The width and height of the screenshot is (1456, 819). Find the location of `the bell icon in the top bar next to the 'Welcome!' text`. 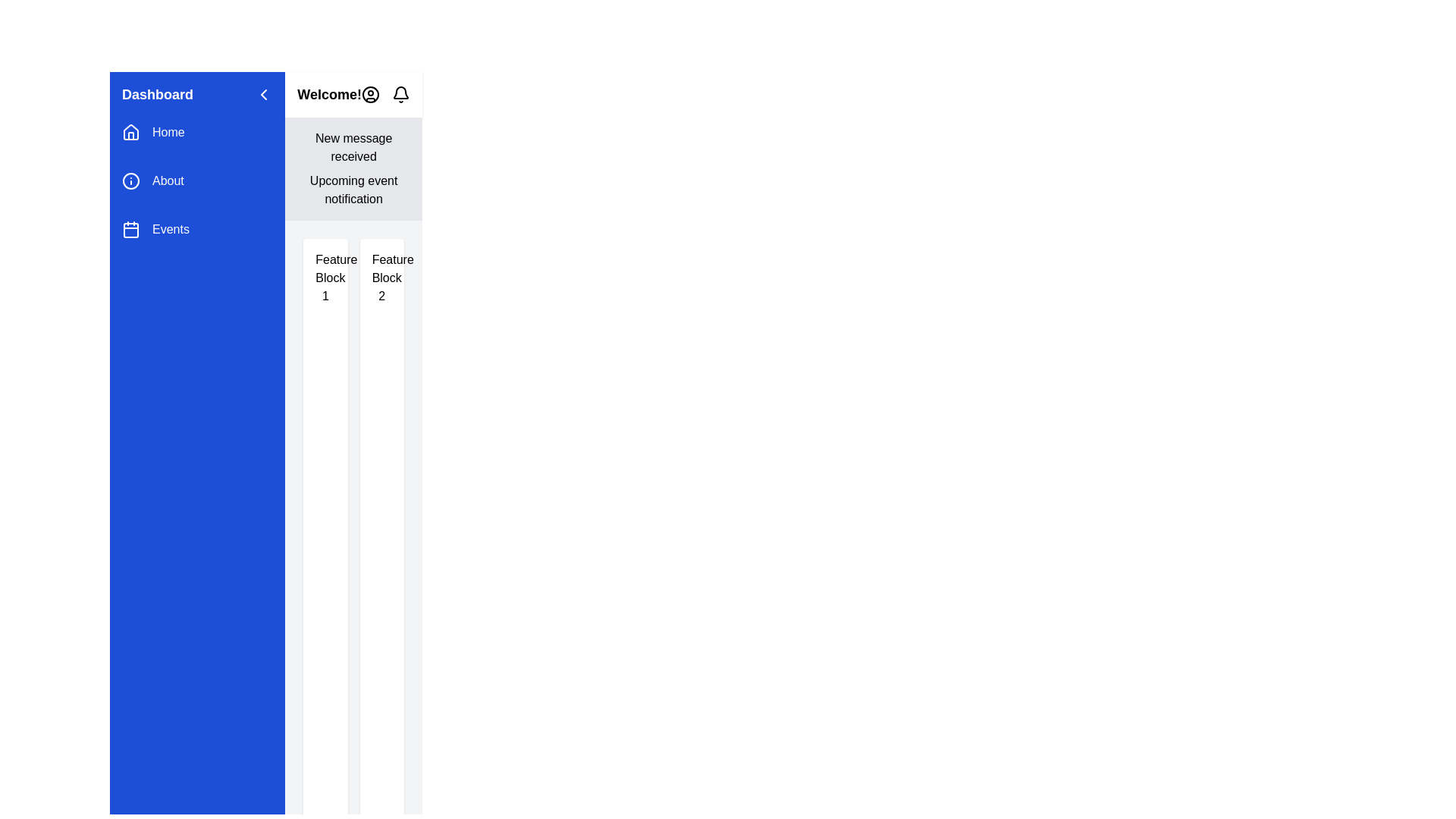

the bell icon in the top bar next to the 'Welcome!' text is located at coordinates (400, 93).